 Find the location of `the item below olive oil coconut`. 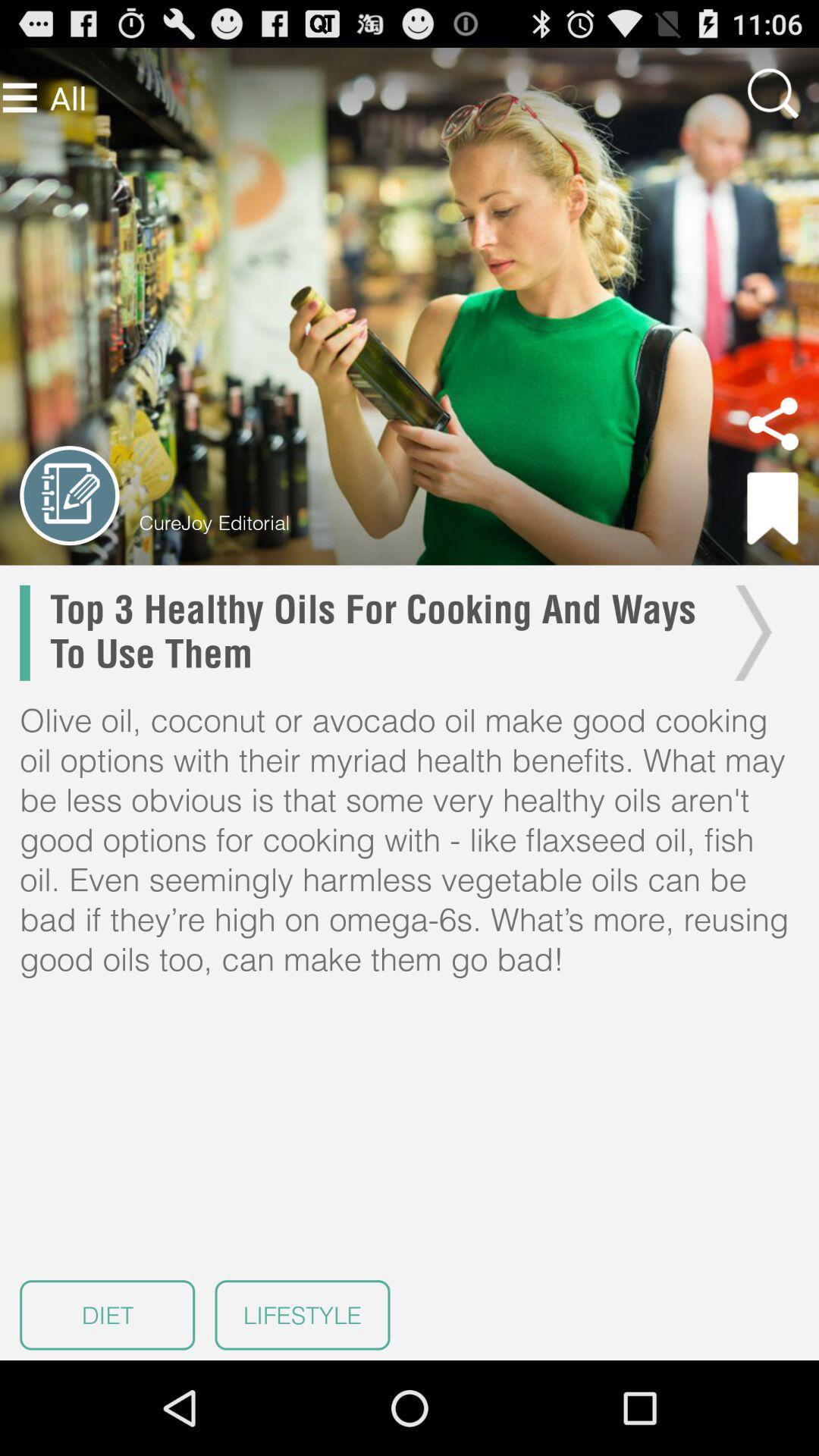

the item below olive oil coconut is located at coordinates (302, 1314).